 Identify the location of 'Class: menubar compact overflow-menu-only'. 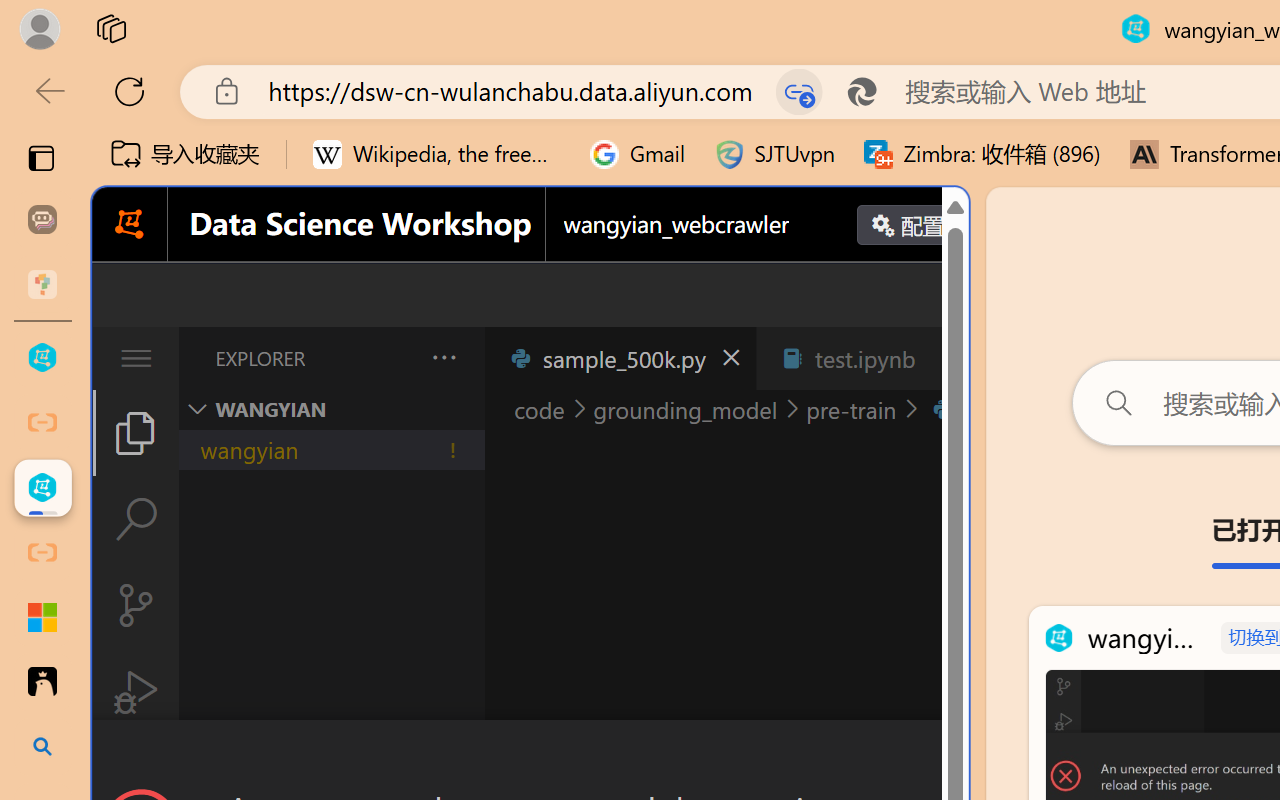
(134, 358).